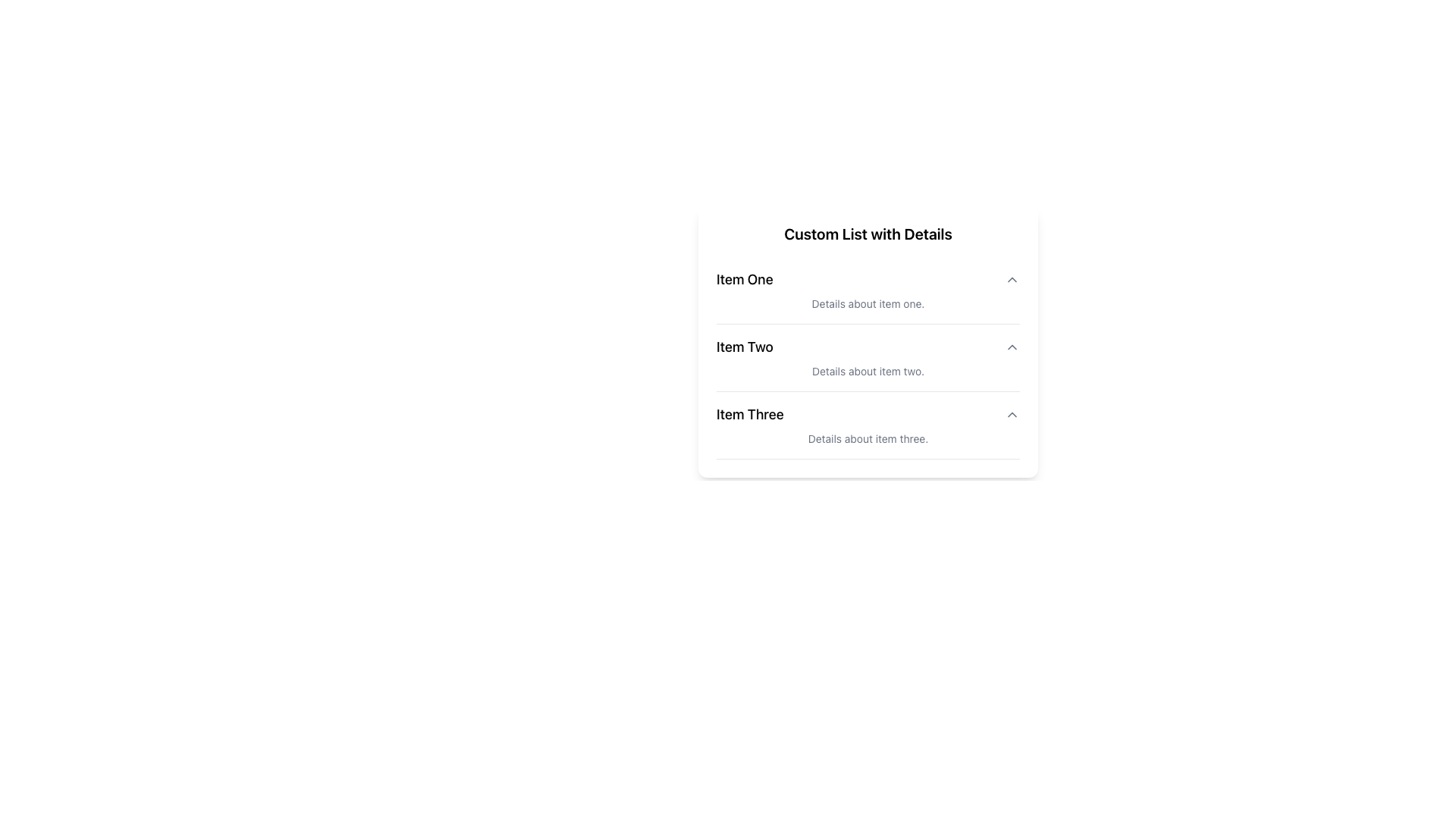  What do you see at coordinates (868, 341) in the screenshot?
I see `the second list item labeled 'Item Two'` at bounding box center [868, 341].